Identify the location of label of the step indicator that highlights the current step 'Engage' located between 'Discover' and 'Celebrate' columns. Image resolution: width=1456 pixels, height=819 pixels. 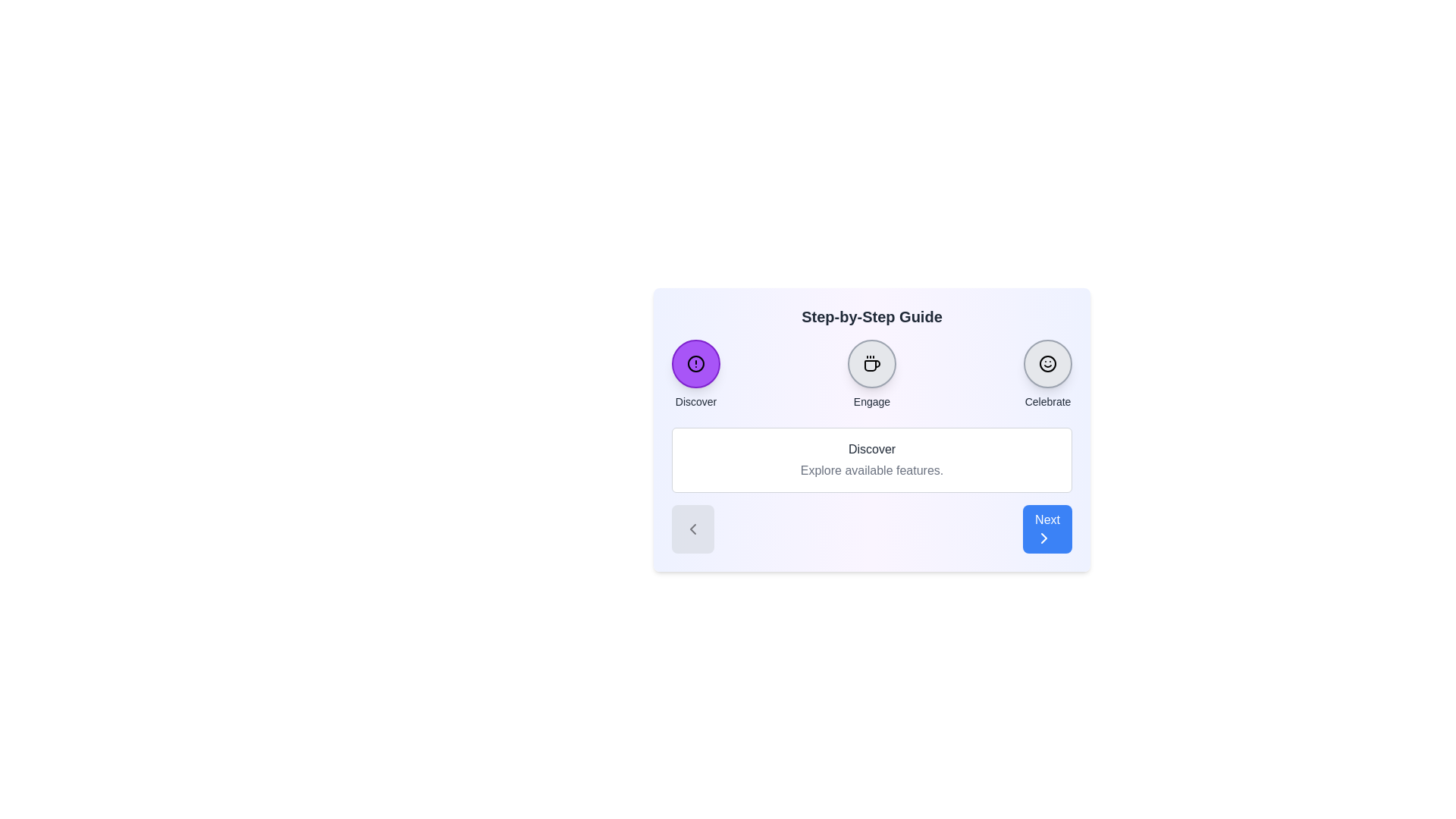
(872, 374).